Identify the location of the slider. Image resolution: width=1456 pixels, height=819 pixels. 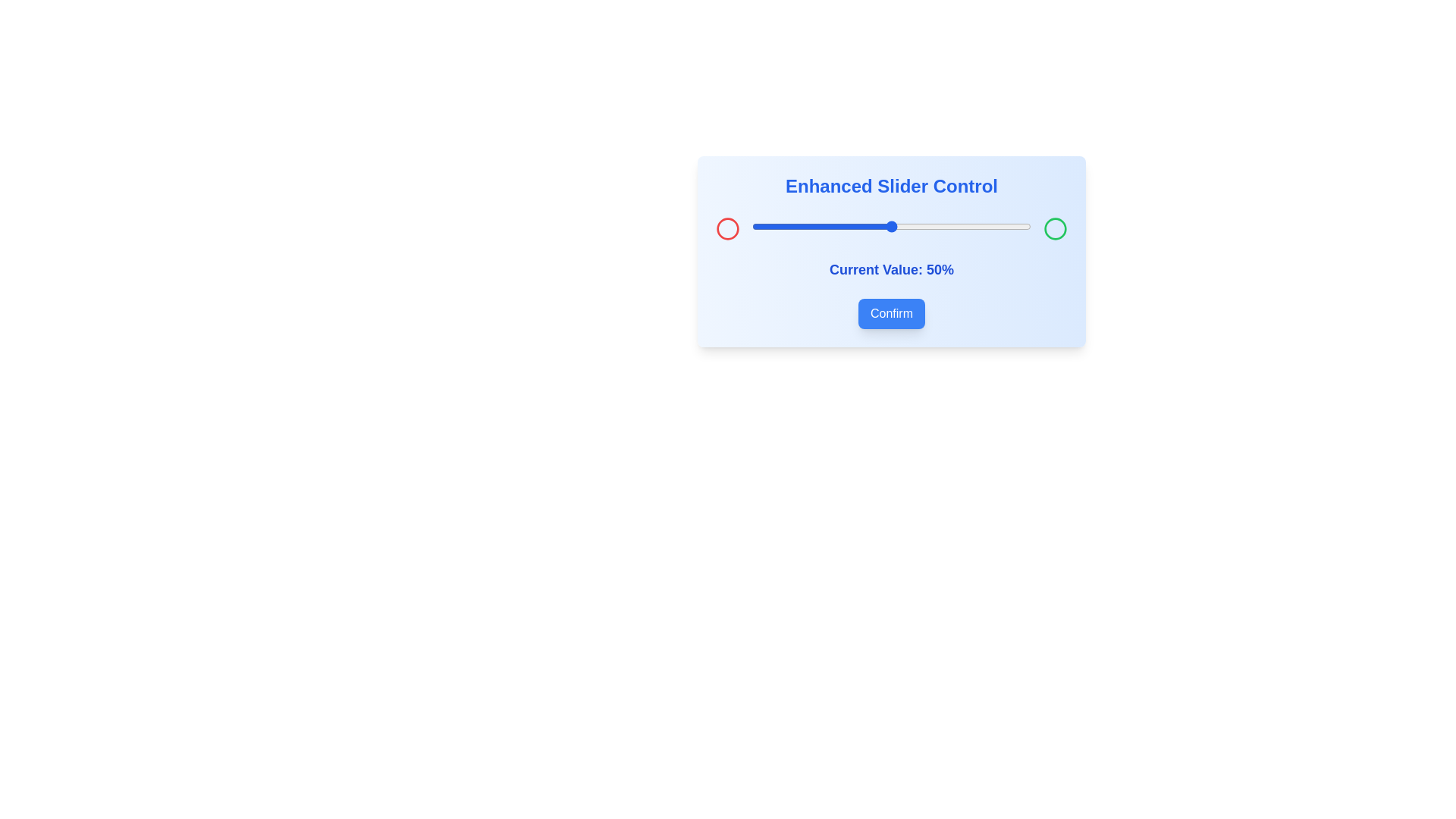
(783, 227).